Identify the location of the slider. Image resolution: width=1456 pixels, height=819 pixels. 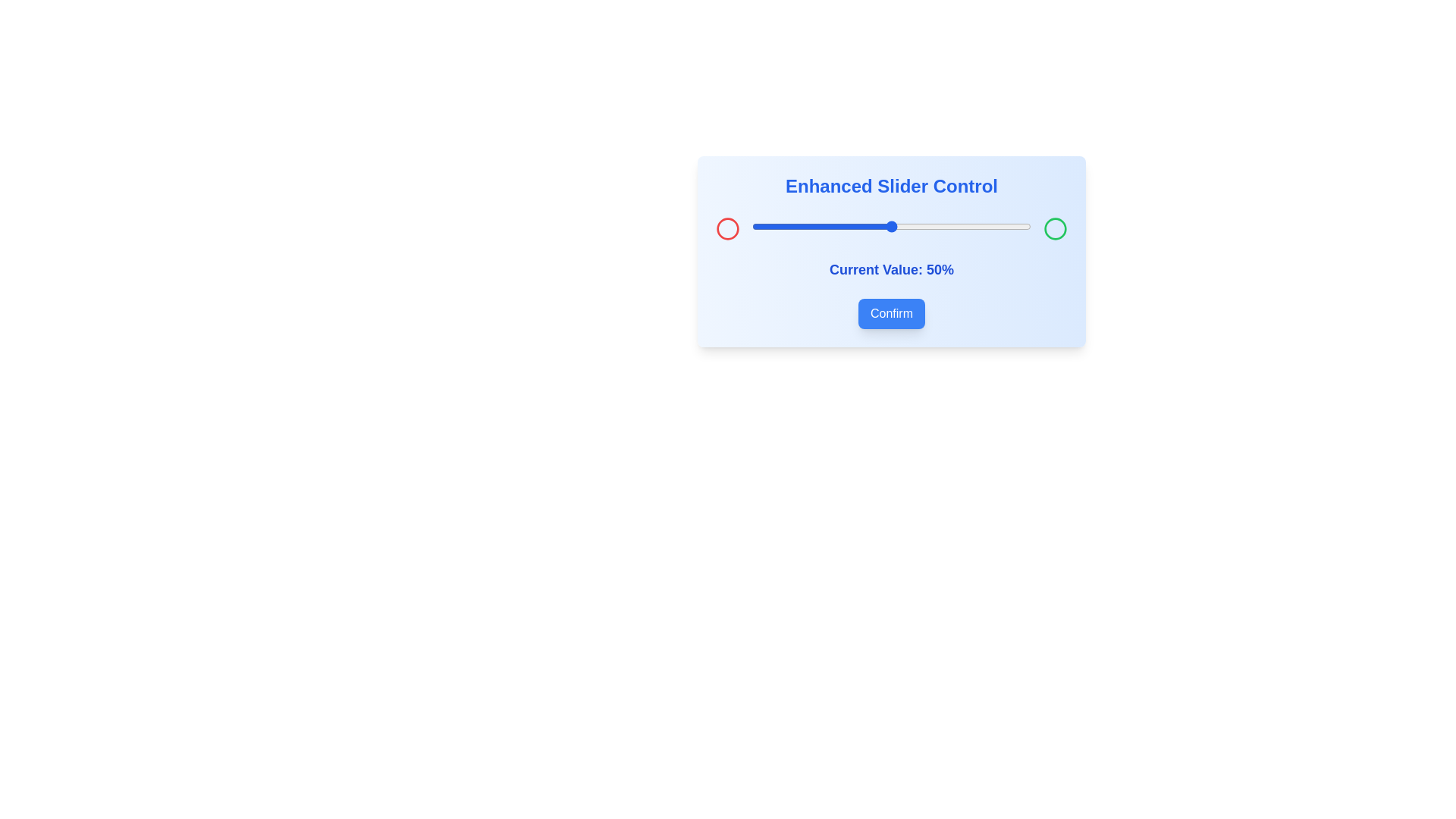
(783, 227).